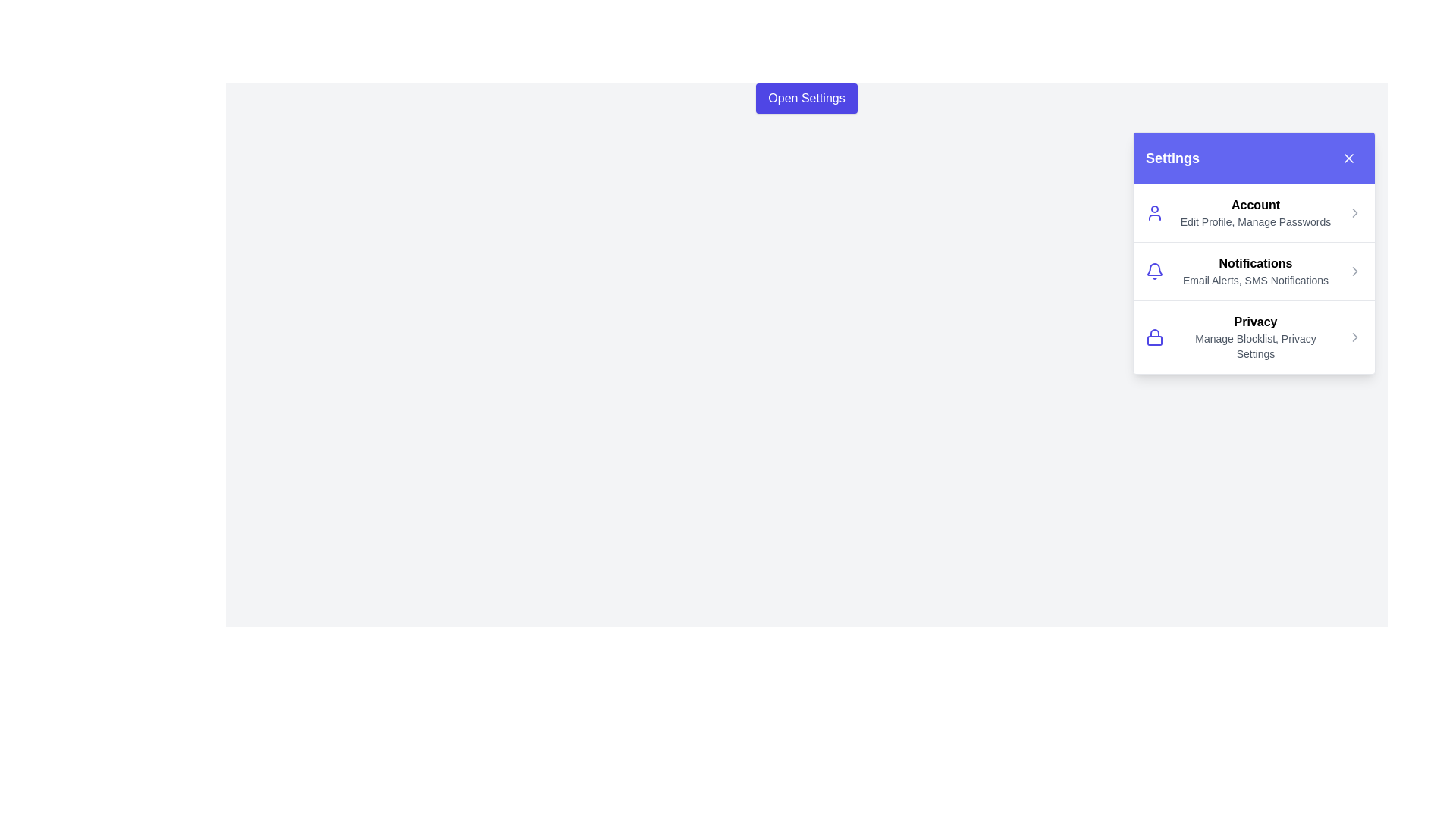 The height and width of the screenshot is (819, 1456). Describe the element at coordinates (1153, 213) in the screenshot. I see `the 'Account' icon in the settings panel, which is the leftmost component of the row labeled 'Account Edit Profile, Manage Passwords'` at that location.